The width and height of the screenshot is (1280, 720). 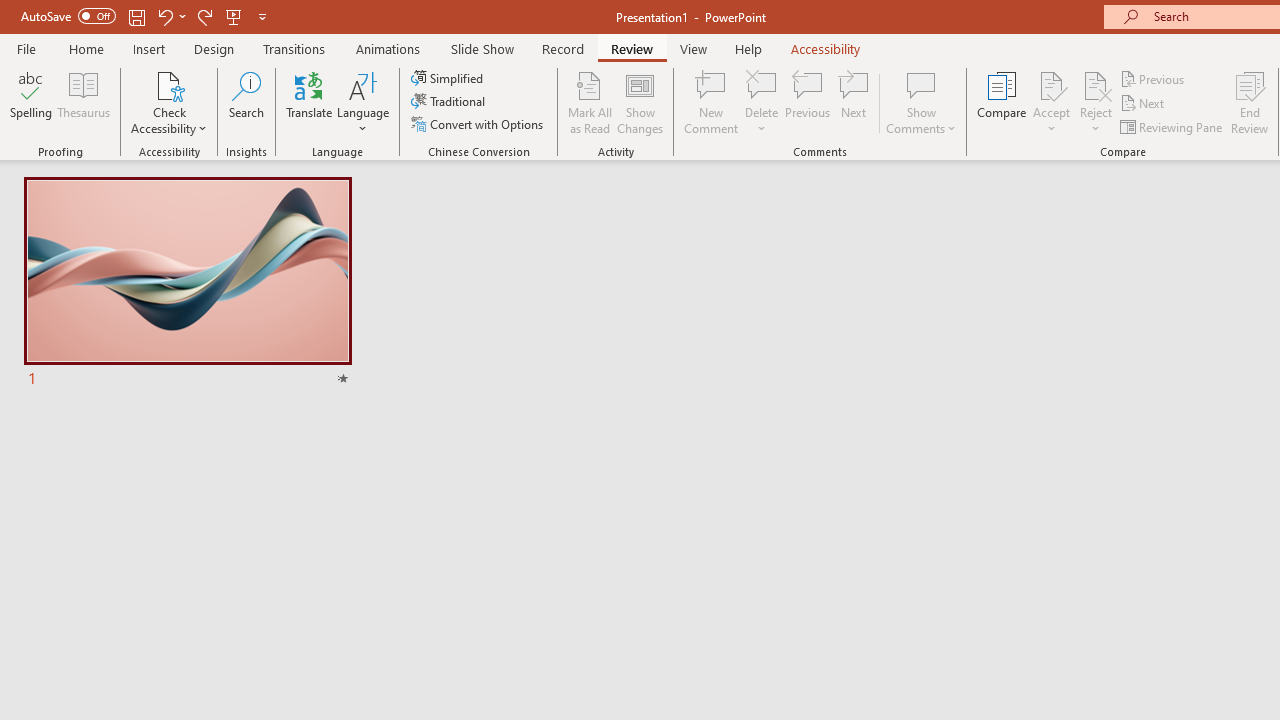 I want to click on 'Show Changes', so click(x=640, y=103).